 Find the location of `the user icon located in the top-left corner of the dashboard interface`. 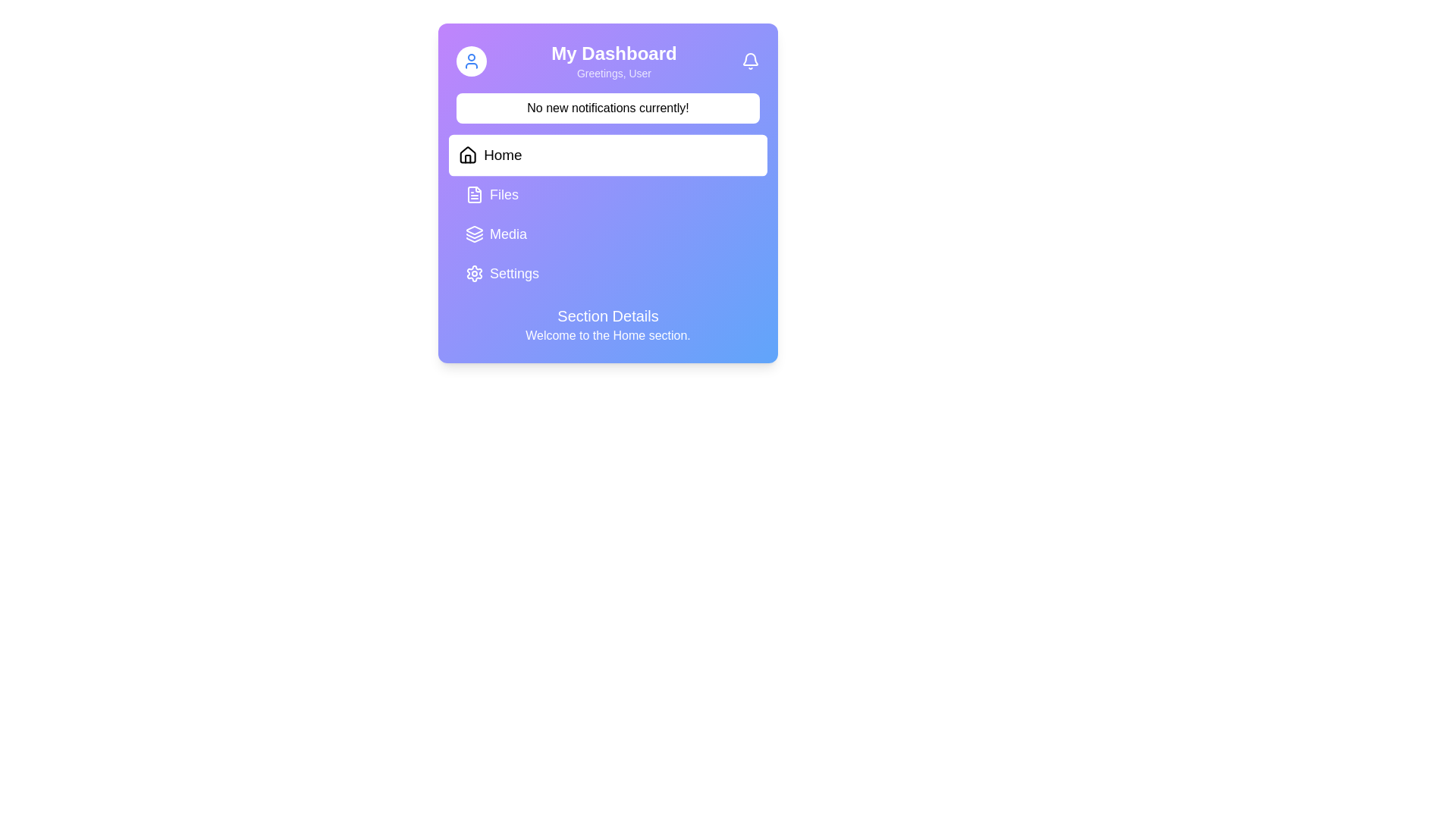

the user icon located in the top-left corner of the dashboard interface is located at coordinates (471, 61).